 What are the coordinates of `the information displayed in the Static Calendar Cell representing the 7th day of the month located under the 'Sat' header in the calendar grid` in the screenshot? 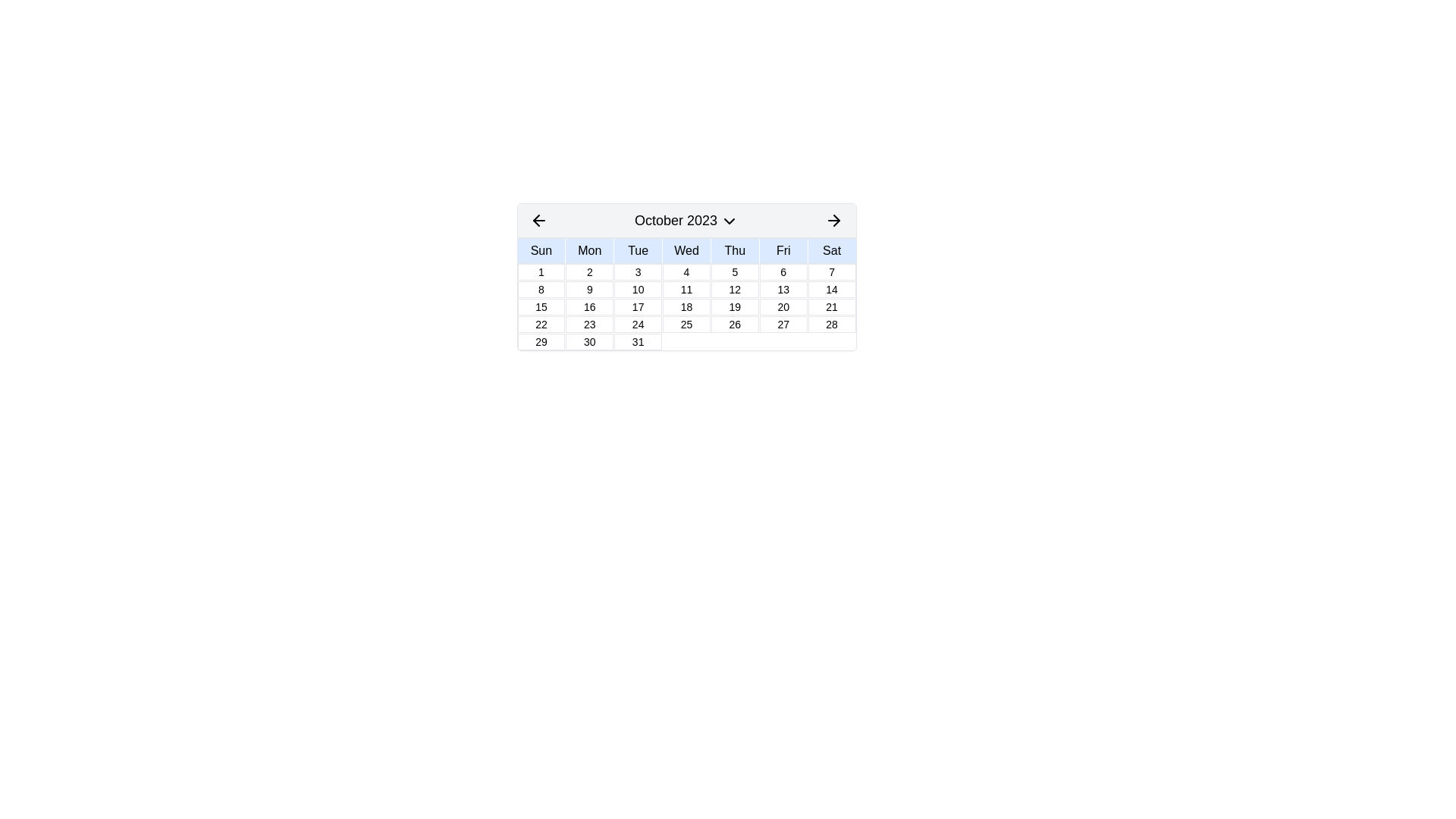 It's located at (831, 271).